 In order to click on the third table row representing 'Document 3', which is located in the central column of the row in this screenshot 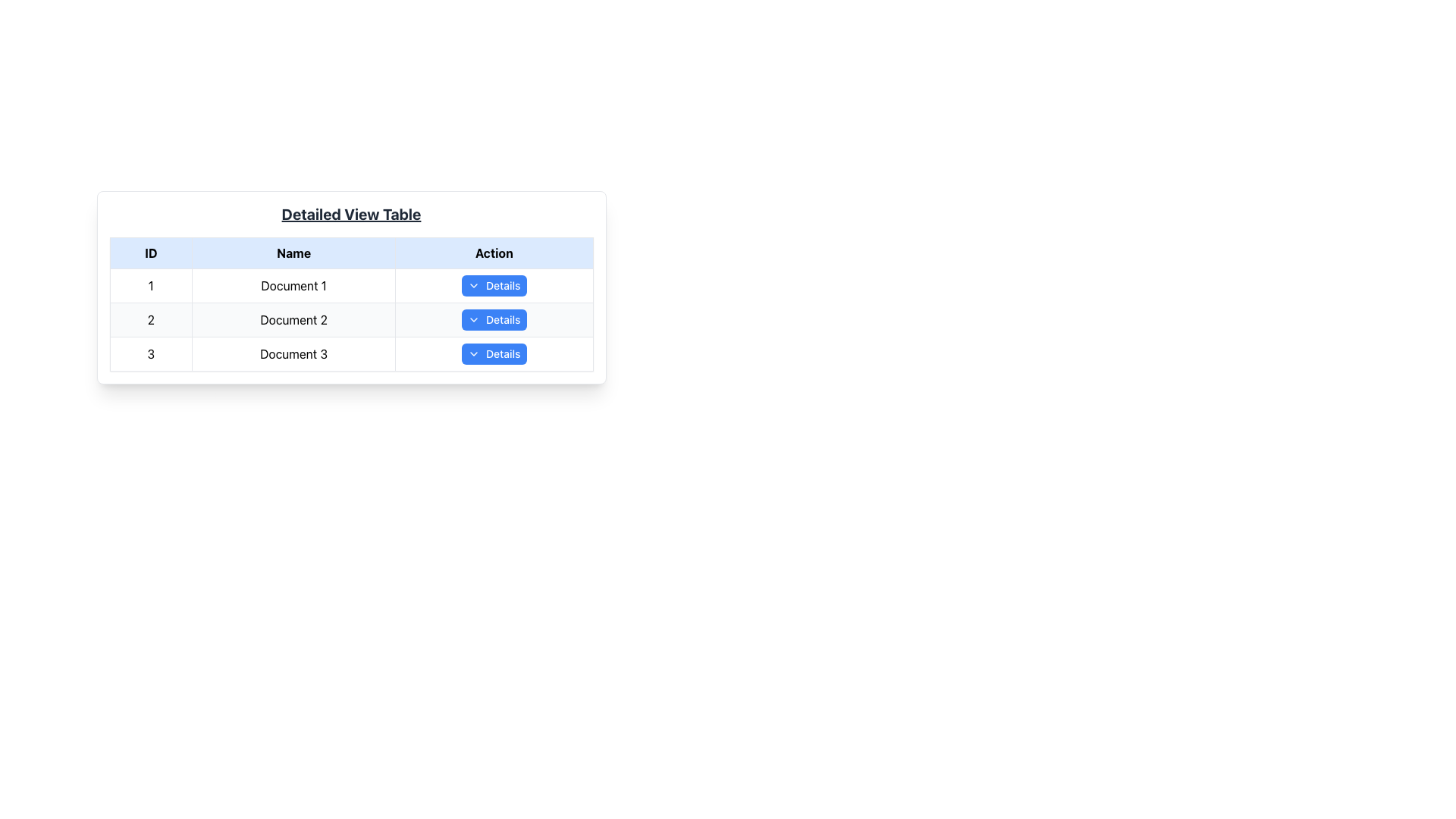, I will do `click(350, 353)`.